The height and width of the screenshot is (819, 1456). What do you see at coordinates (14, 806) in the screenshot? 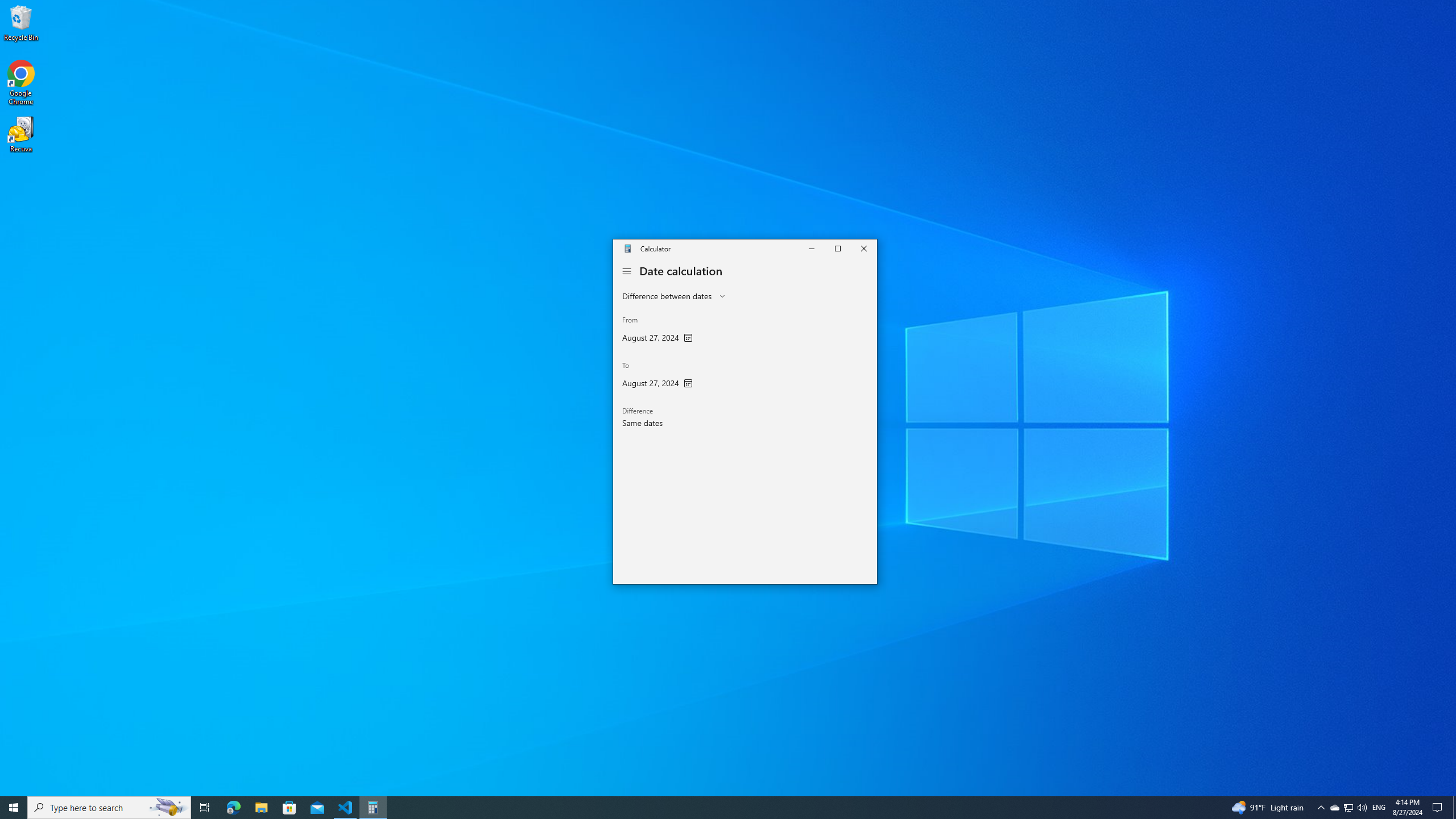
I see `'Start'` at bounding box center [14, 806].